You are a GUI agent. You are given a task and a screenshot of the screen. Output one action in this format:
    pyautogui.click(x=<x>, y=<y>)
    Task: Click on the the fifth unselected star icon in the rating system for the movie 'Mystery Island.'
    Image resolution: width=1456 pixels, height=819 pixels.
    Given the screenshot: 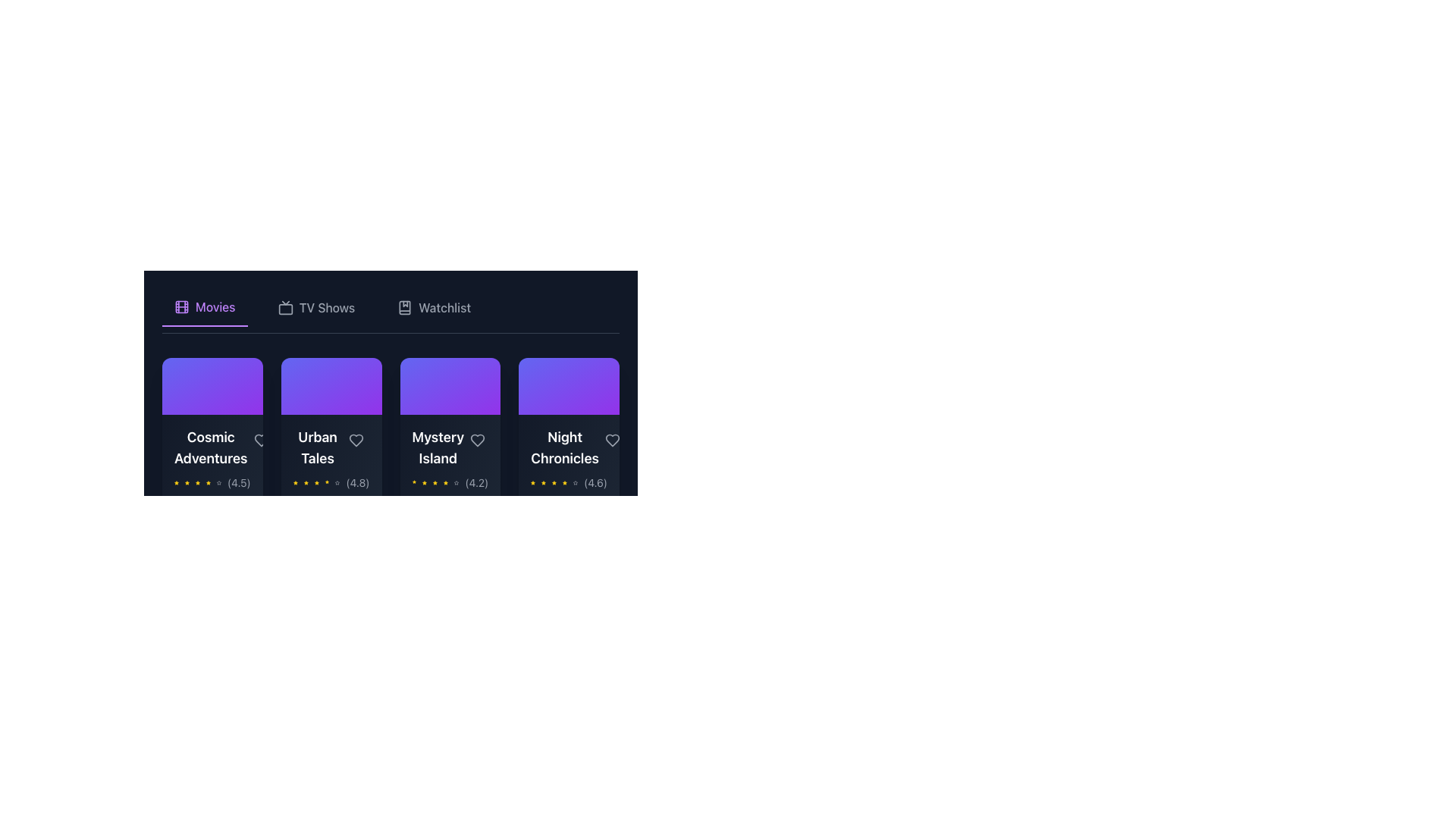 What is the action you would take?
    pyautogui.click(x=456, y=482)
    